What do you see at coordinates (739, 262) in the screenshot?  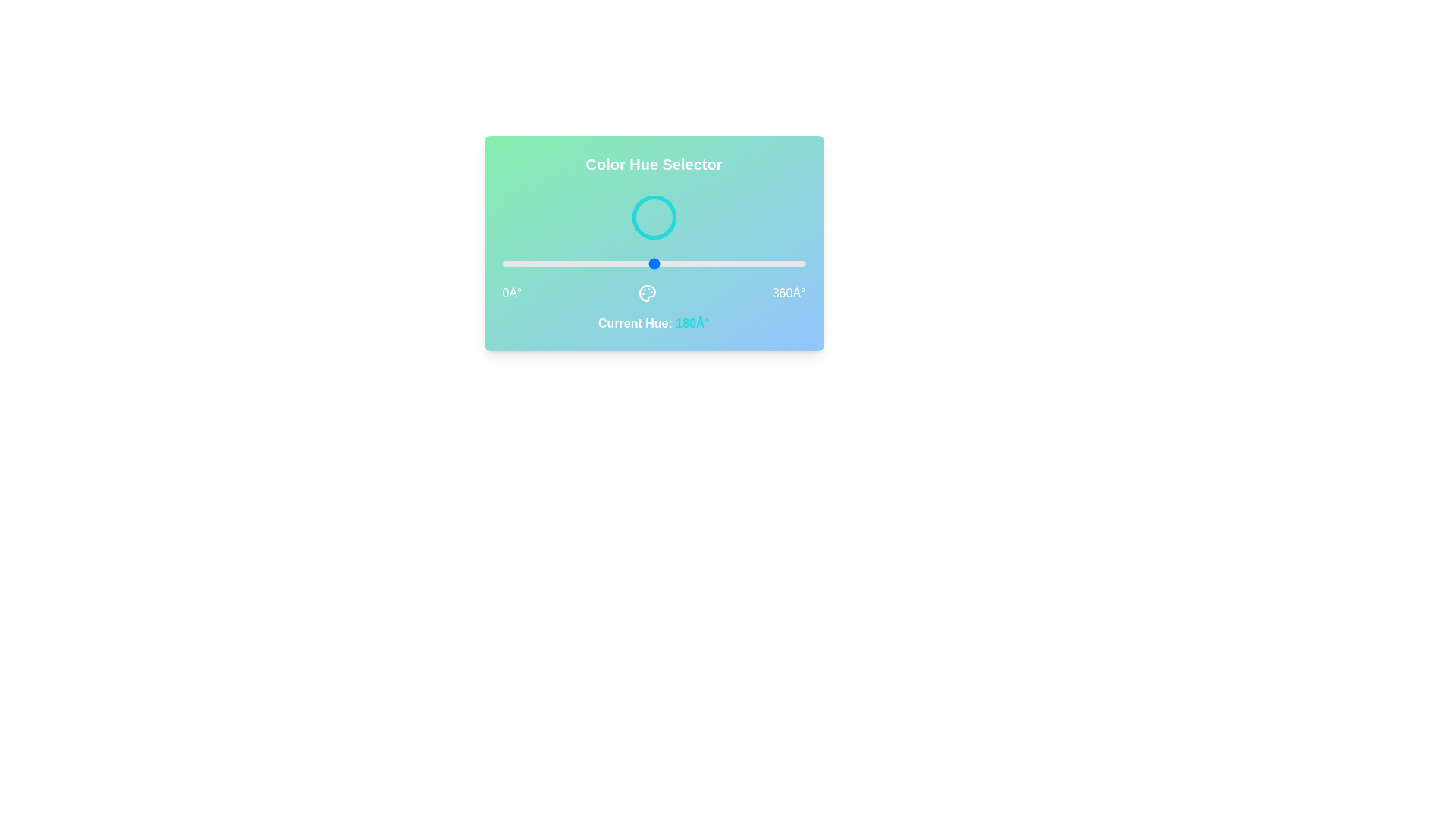 I see `the hue value to 282 by interacting with the slider` at bounding box center [739, 262].